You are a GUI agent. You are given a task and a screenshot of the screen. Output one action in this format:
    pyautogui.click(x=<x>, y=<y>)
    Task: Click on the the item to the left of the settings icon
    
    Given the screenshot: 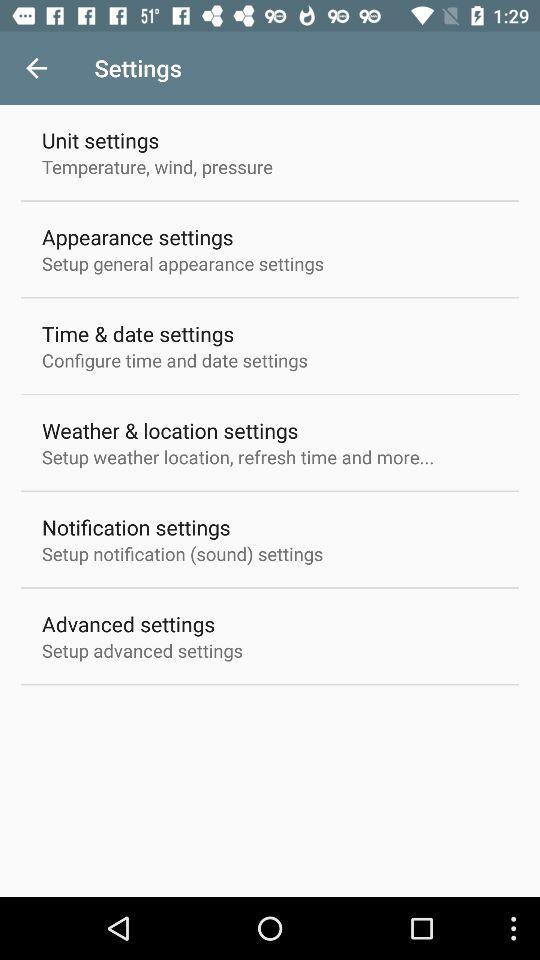 What is the action you would take?
    pyautogui.click(x=36, y=68)
    